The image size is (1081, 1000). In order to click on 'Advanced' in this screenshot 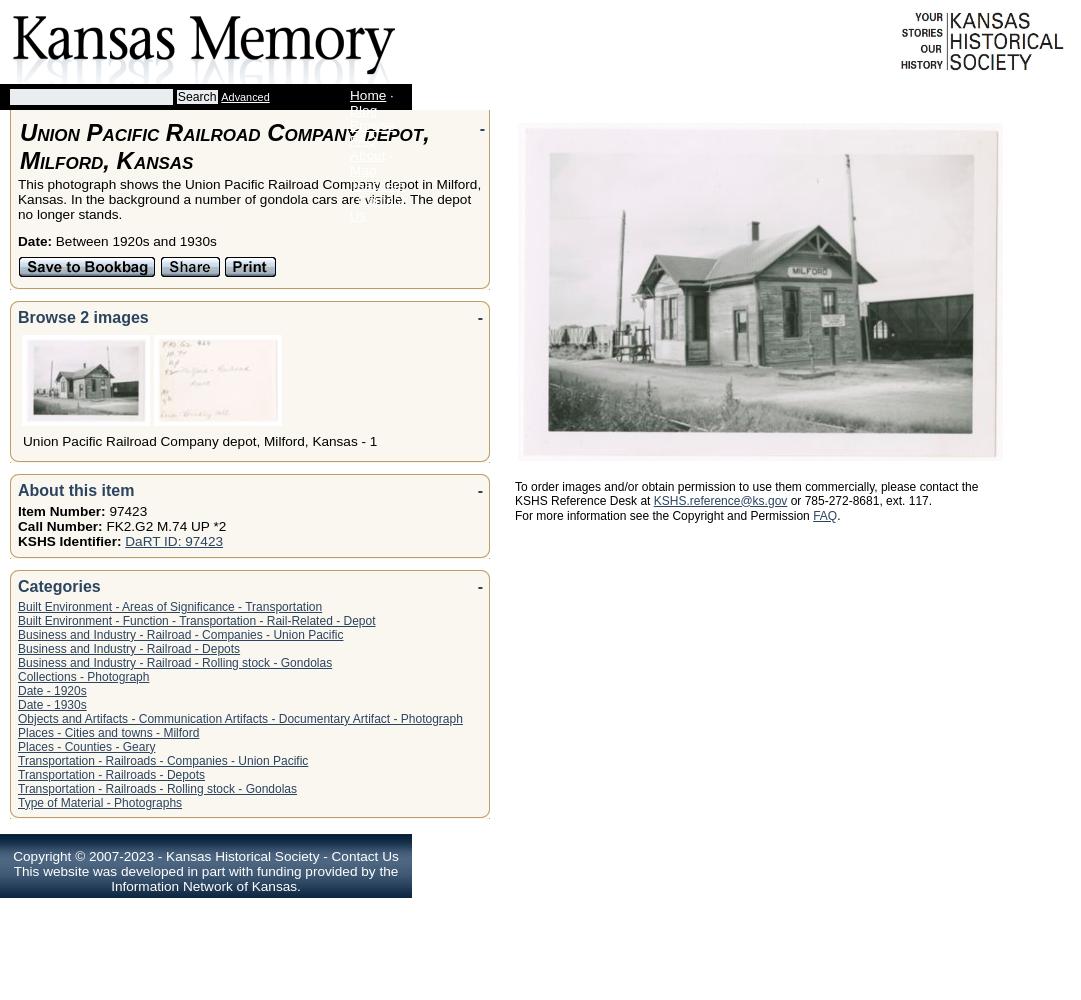, I will do `click(244, 96)`.